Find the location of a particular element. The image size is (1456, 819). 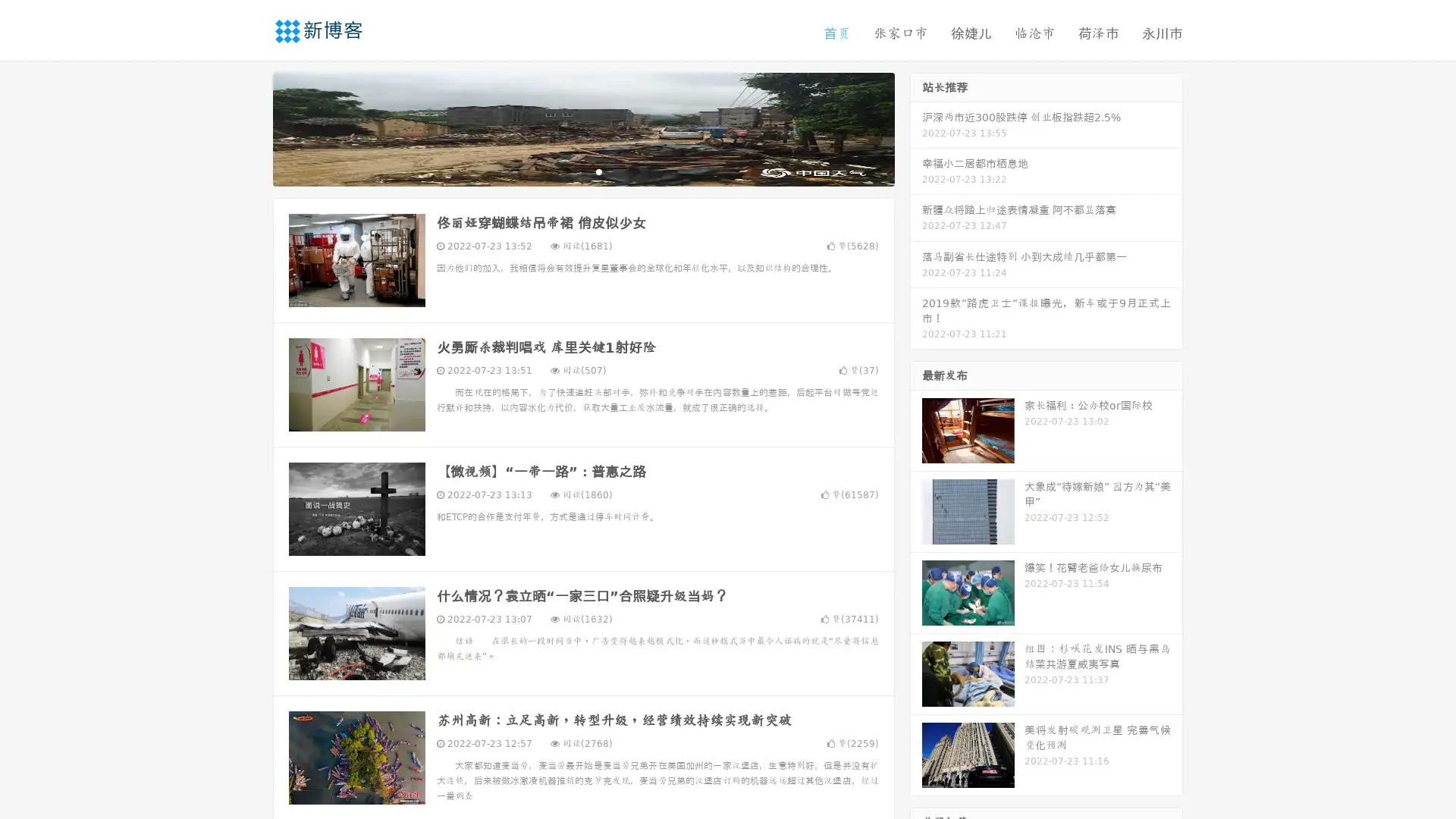

Previous slide is located at coordinates (250, 127).